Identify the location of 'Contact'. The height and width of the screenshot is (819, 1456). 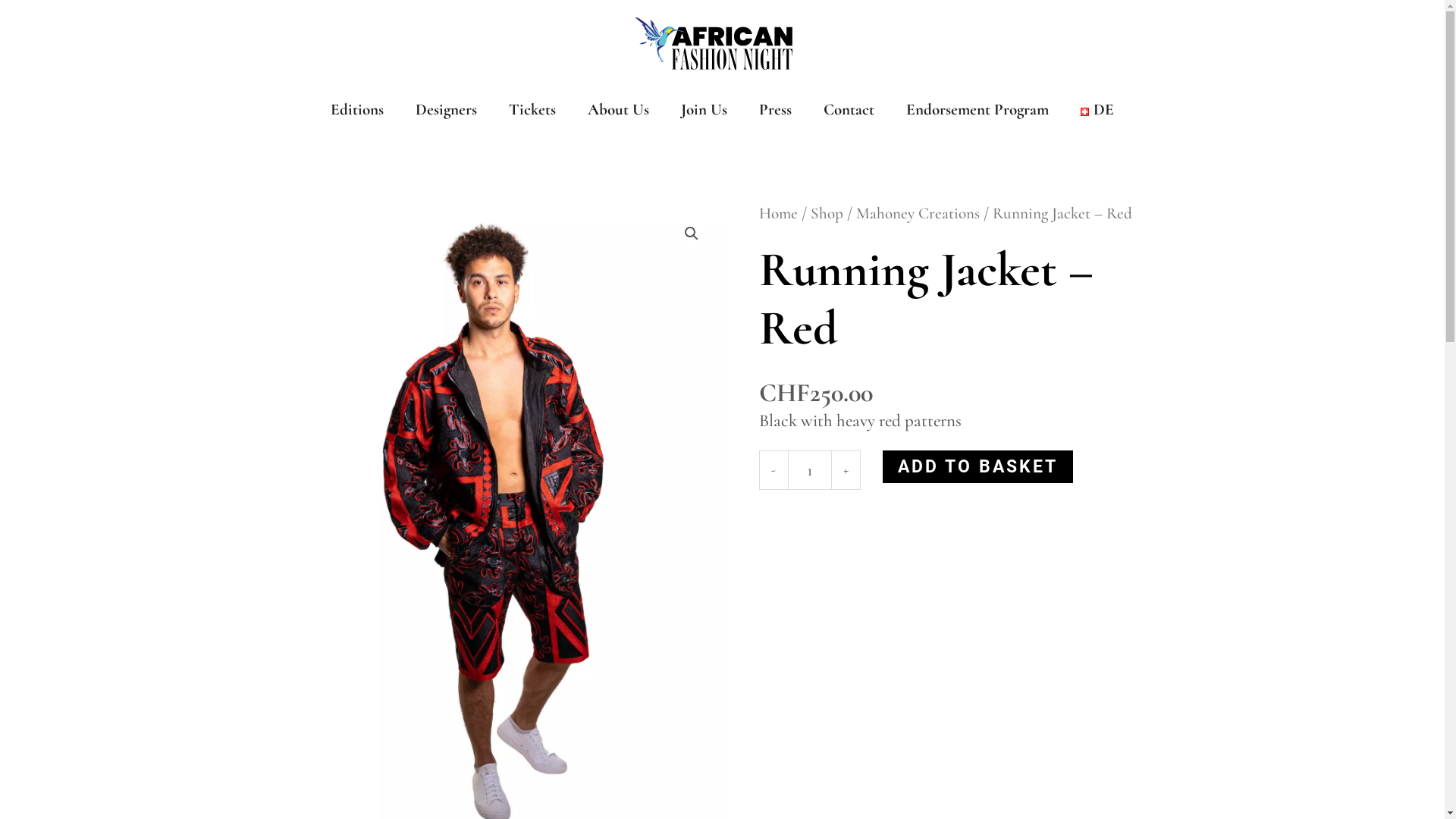
(848, 109).